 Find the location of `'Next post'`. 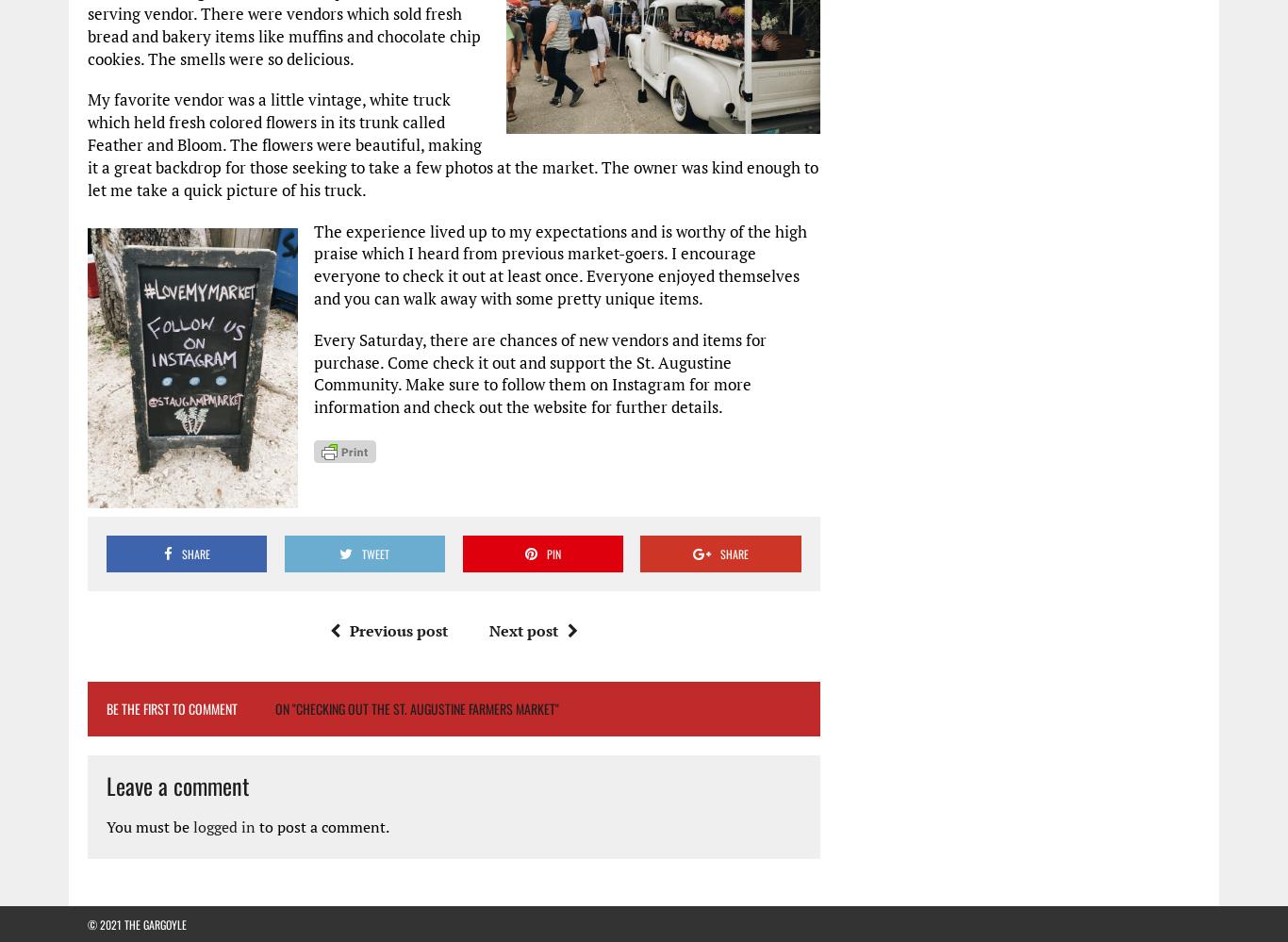

'Next post' is located at coordinates (522, 631).